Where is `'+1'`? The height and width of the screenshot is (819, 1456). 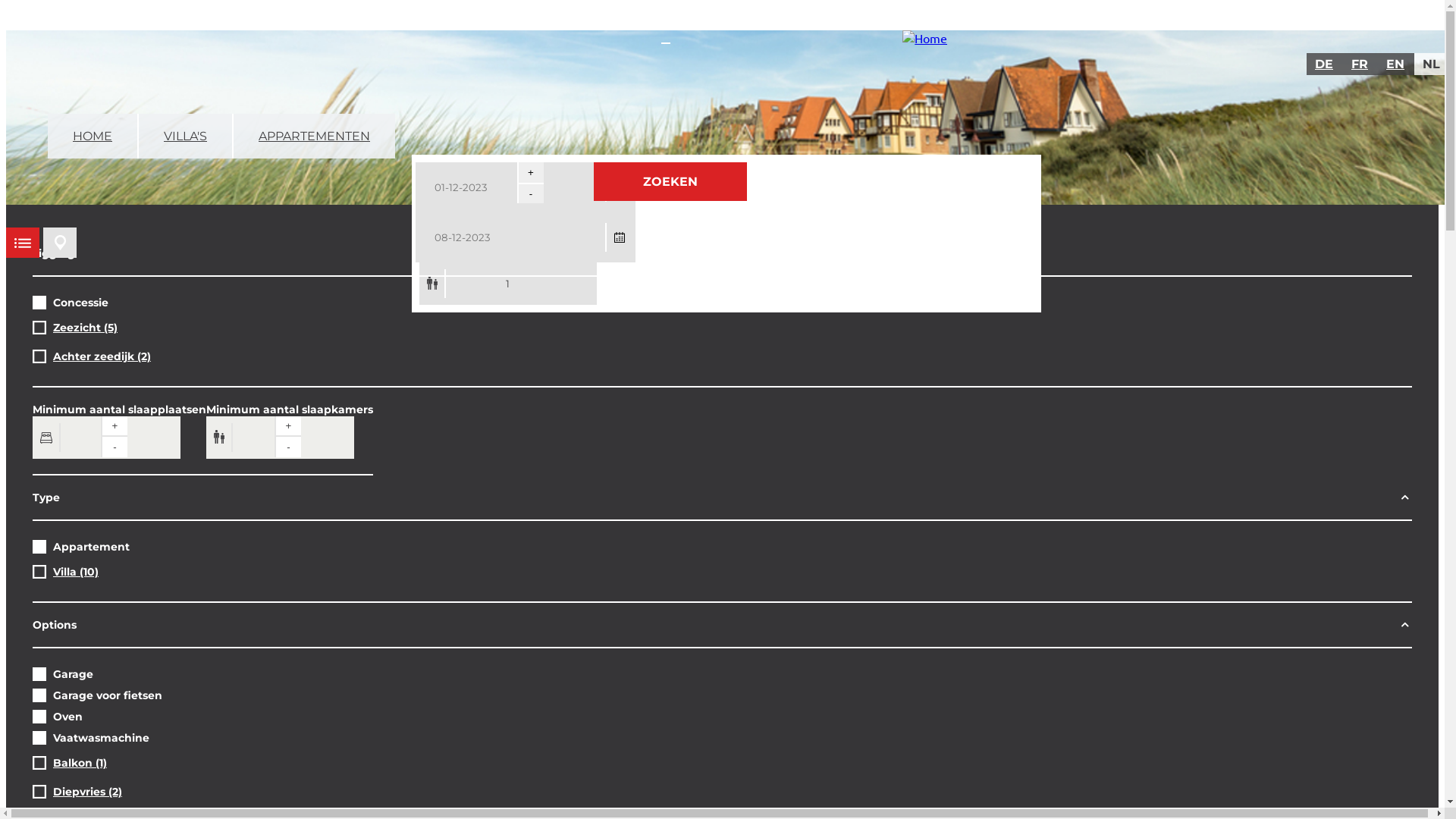
'+1' is located at coordinates (530, 171).